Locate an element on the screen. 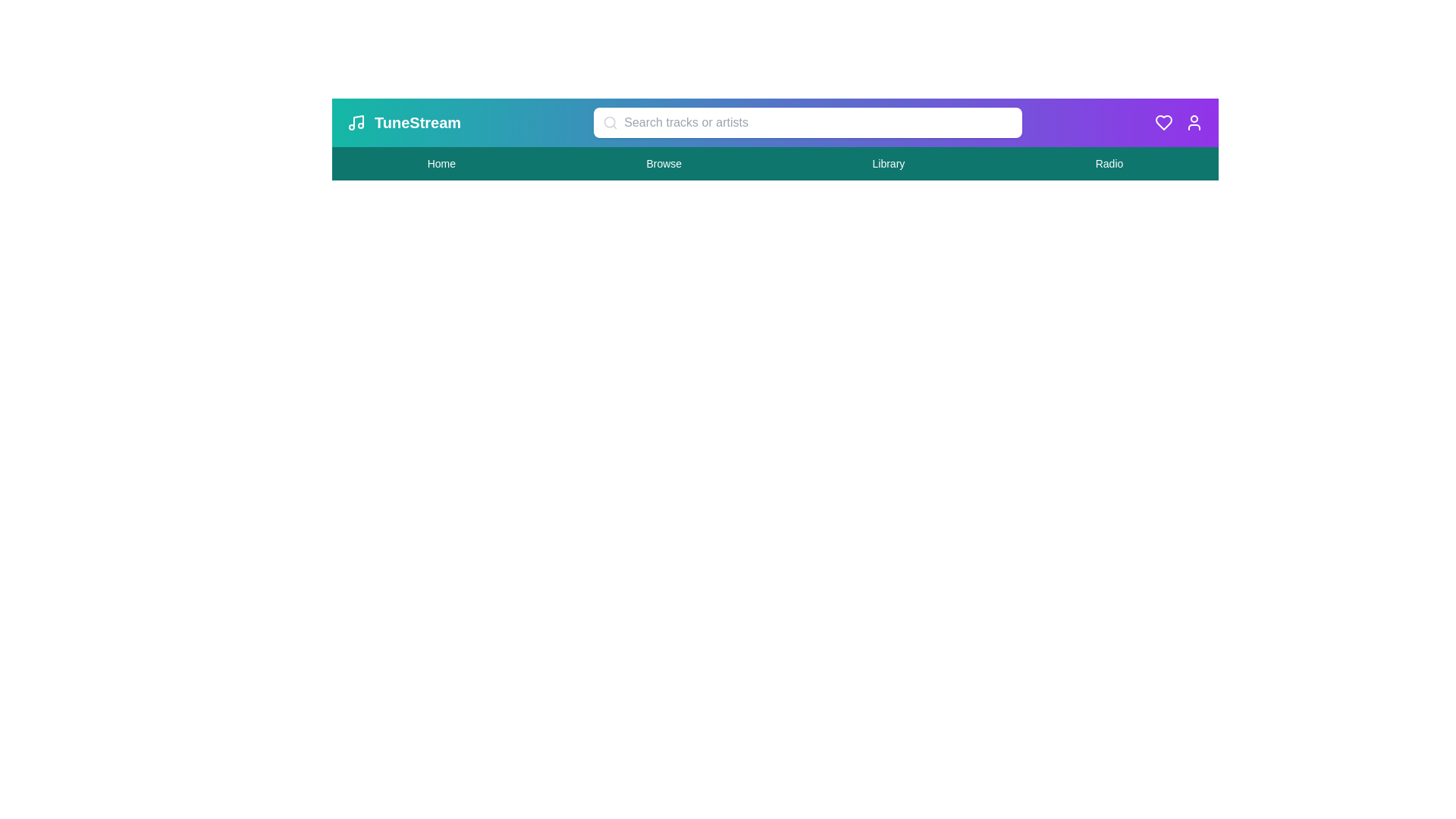 Image resolution: width=1456 pixels, height=819 pixels. the 'Radio' navigation link is located at coordinates (1109, 164).